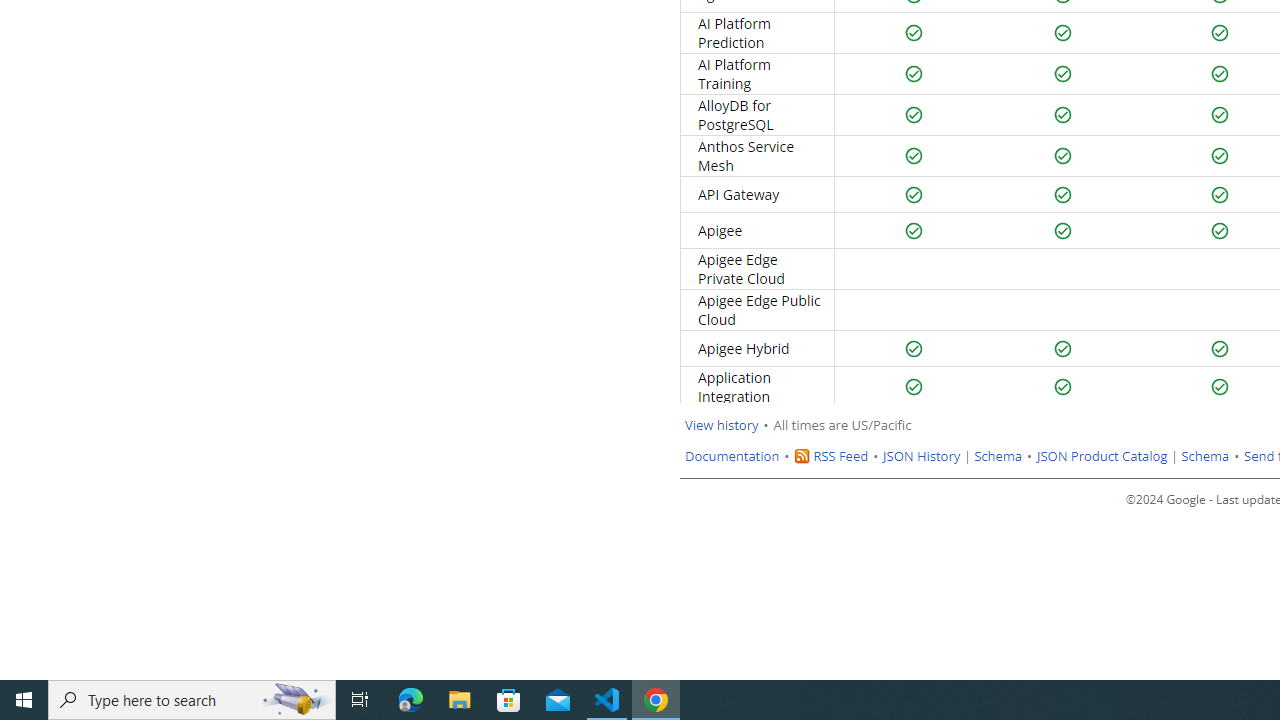 The width and height of the screenshot is (1280, 720). Describe the element at coordinates (720, 424) in the screenshot. I see `'View history'` at that location.